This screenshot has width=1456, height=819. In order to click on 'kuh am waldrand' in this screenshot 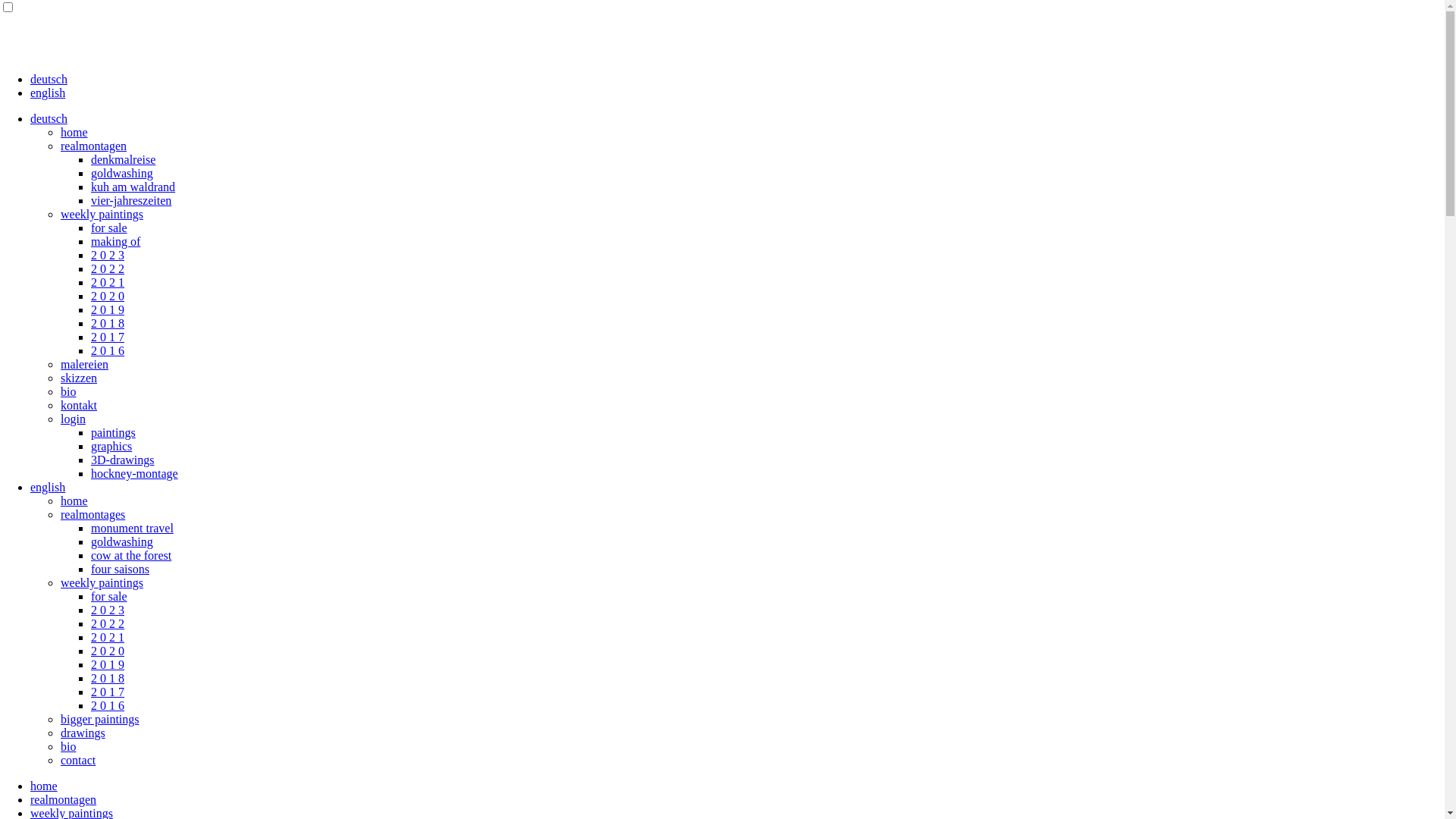, I will do `click(90, 186)`.